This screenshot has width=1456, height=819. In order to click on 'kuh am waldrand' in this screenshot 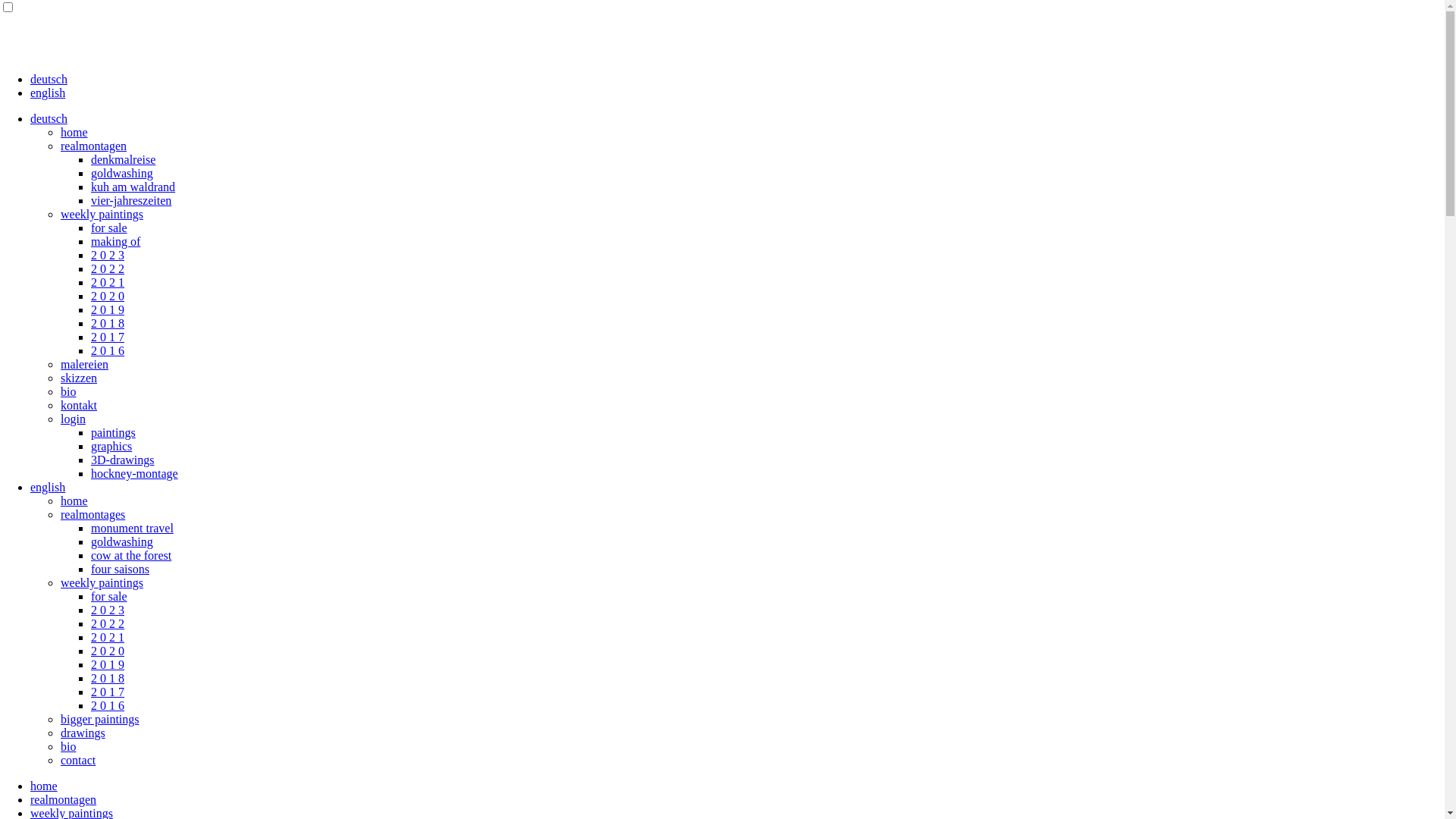, I will do `click(90, 186)`.